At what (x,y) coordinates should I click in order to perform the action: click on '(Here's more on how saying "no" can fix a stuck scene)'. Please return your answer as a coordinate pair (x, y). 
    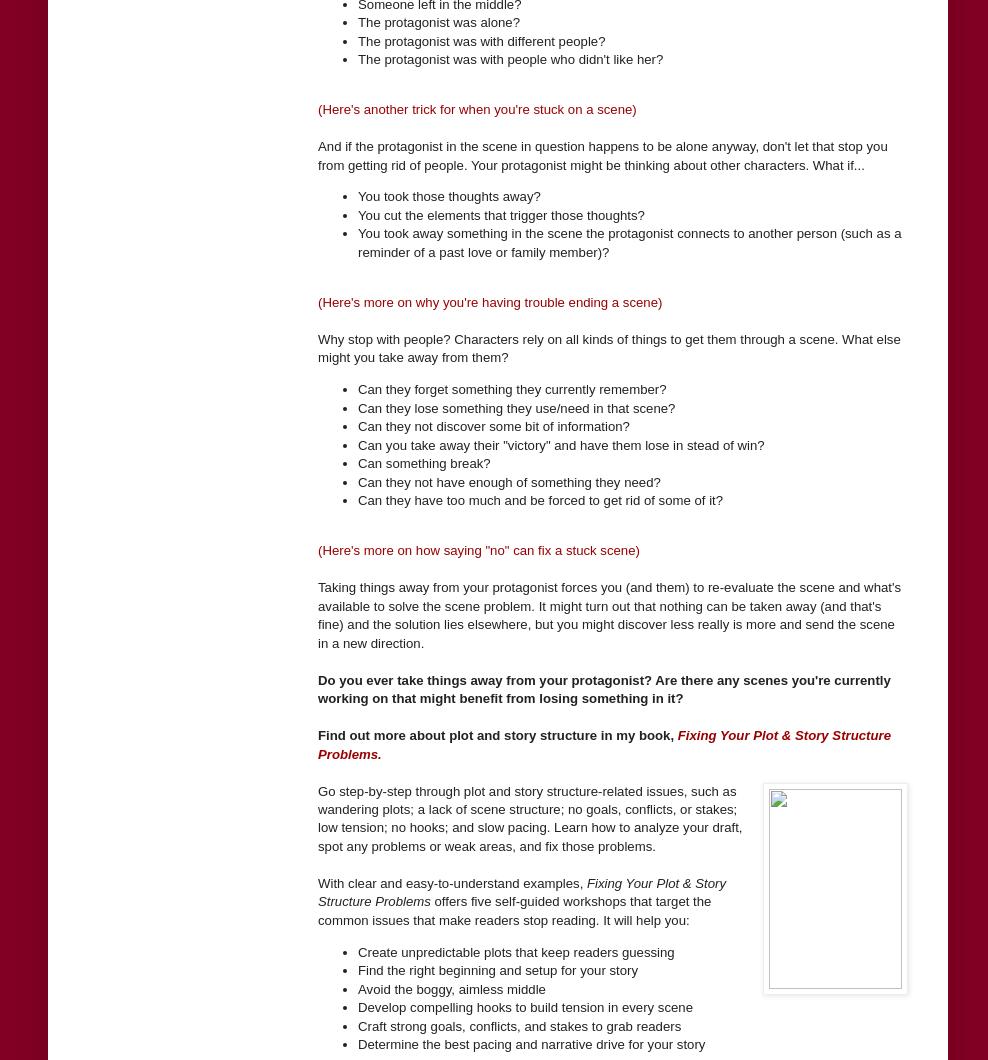
    Looking at the image, I should click on (478, 550).